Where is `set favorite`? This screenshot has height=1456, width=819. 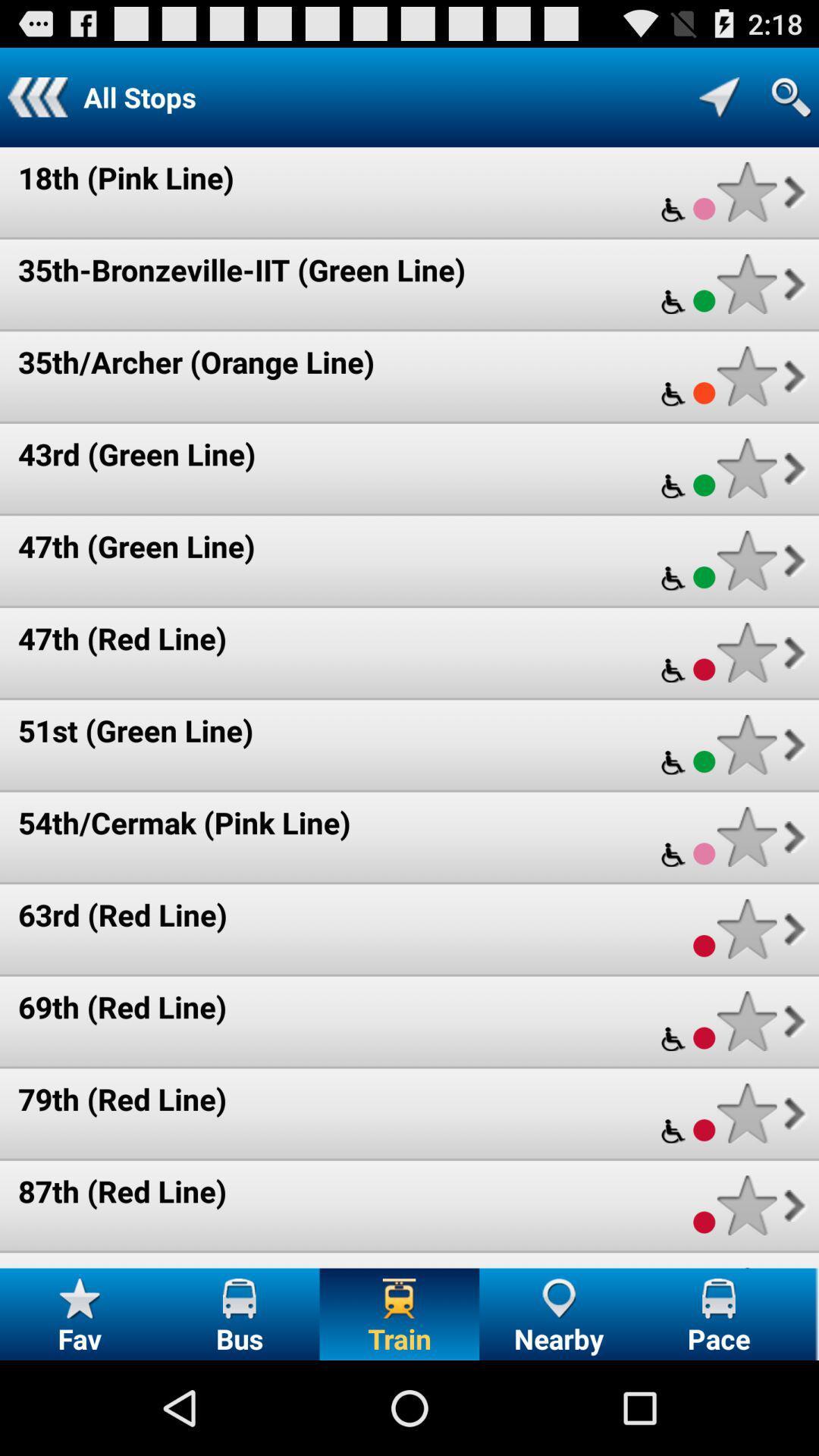 set favorite is located at coordinates (746, 284).